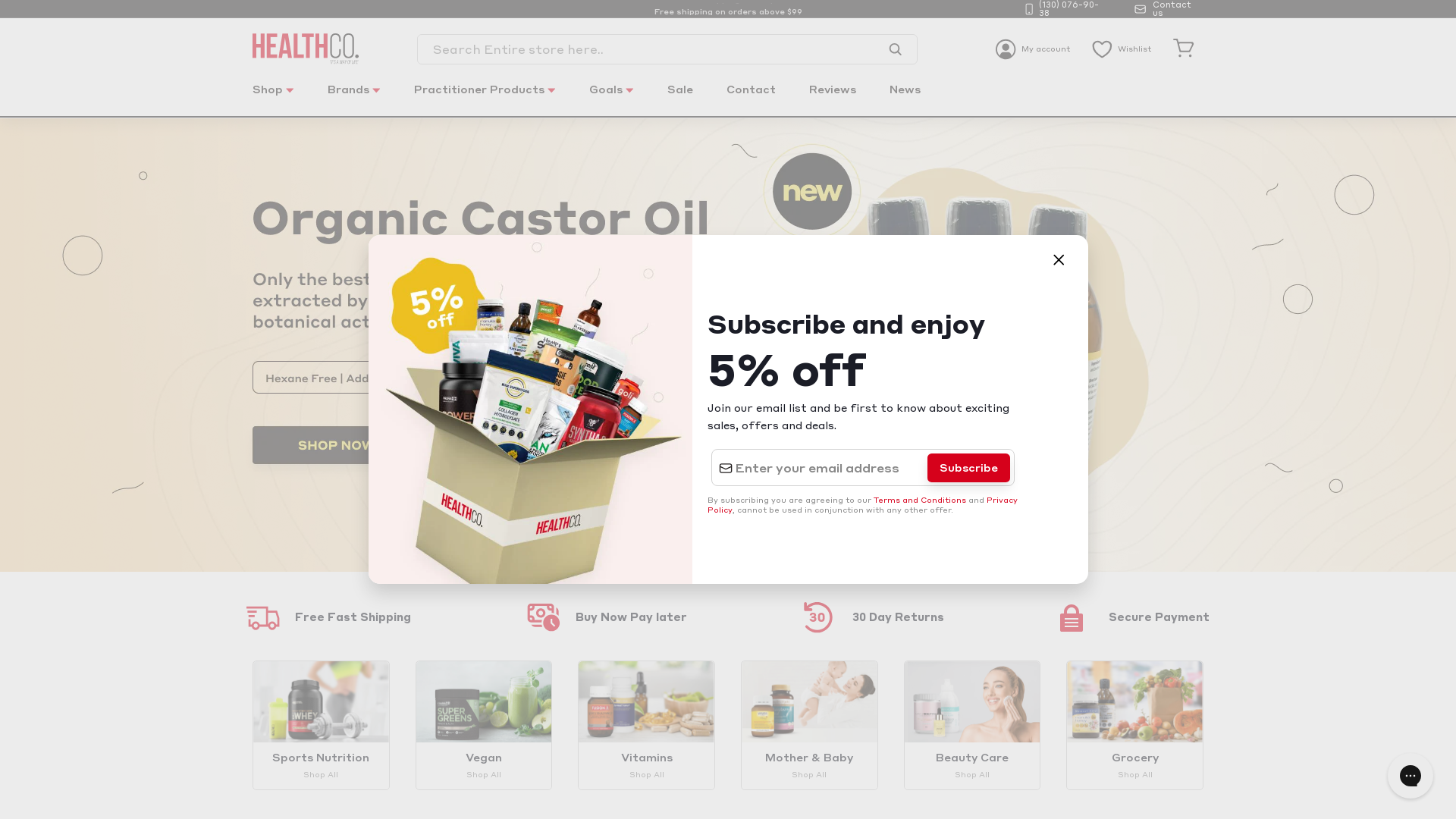  Describe the element at coordinates (968, 467) in the screenshot. I see `'Subscribe'` at that location.